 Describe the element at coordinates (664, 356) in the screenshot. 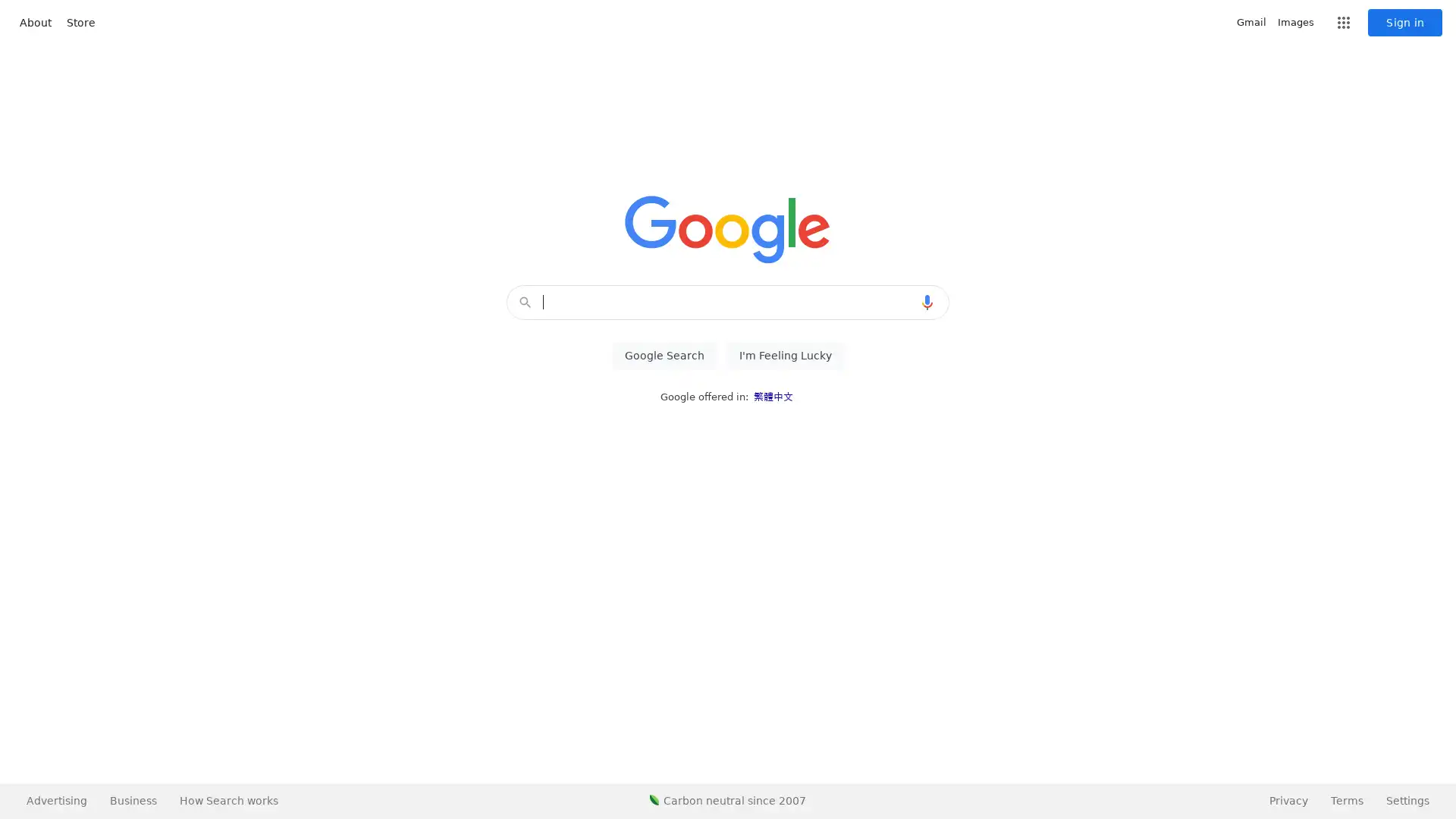

I see `Google Search` at that location.